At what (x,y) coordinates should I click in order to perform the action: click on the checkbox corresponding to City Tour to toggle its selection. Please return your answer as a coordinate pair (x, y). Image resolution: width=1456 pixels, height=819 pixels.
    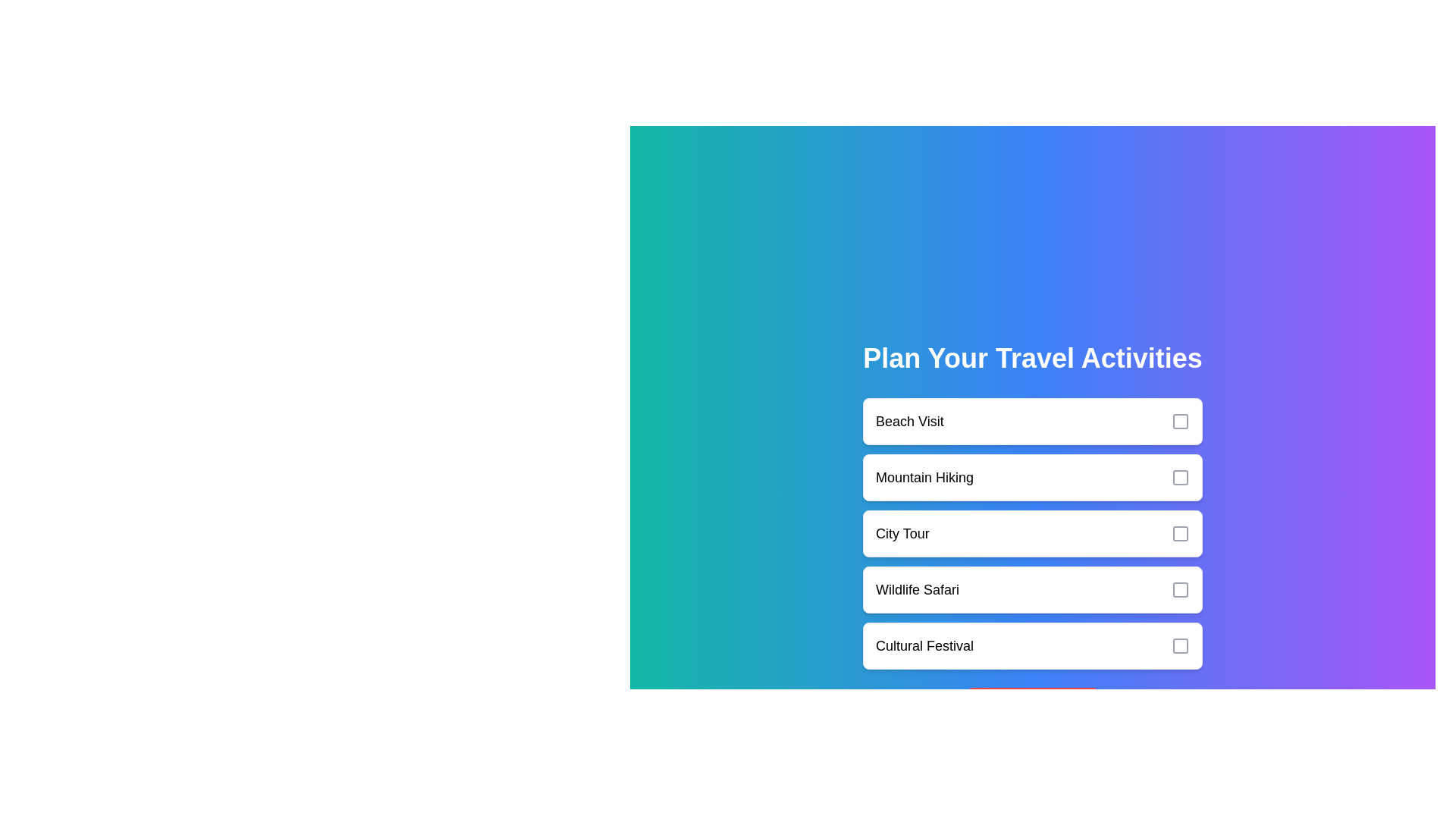
    Looking at the image, I should click on (1179, 533).